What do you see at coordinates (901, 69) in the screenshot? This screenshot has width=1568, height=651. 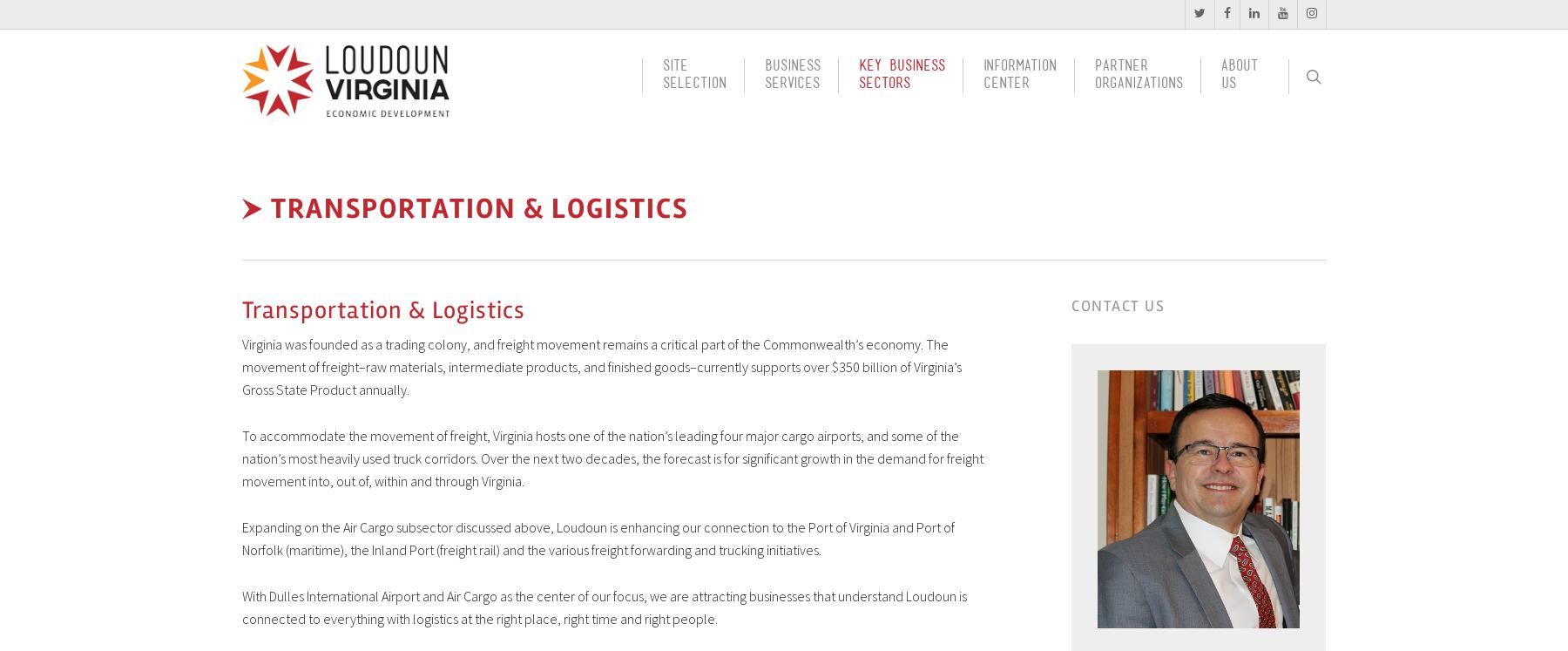 I see `'Key Business'` at bounding box center [901, 69].